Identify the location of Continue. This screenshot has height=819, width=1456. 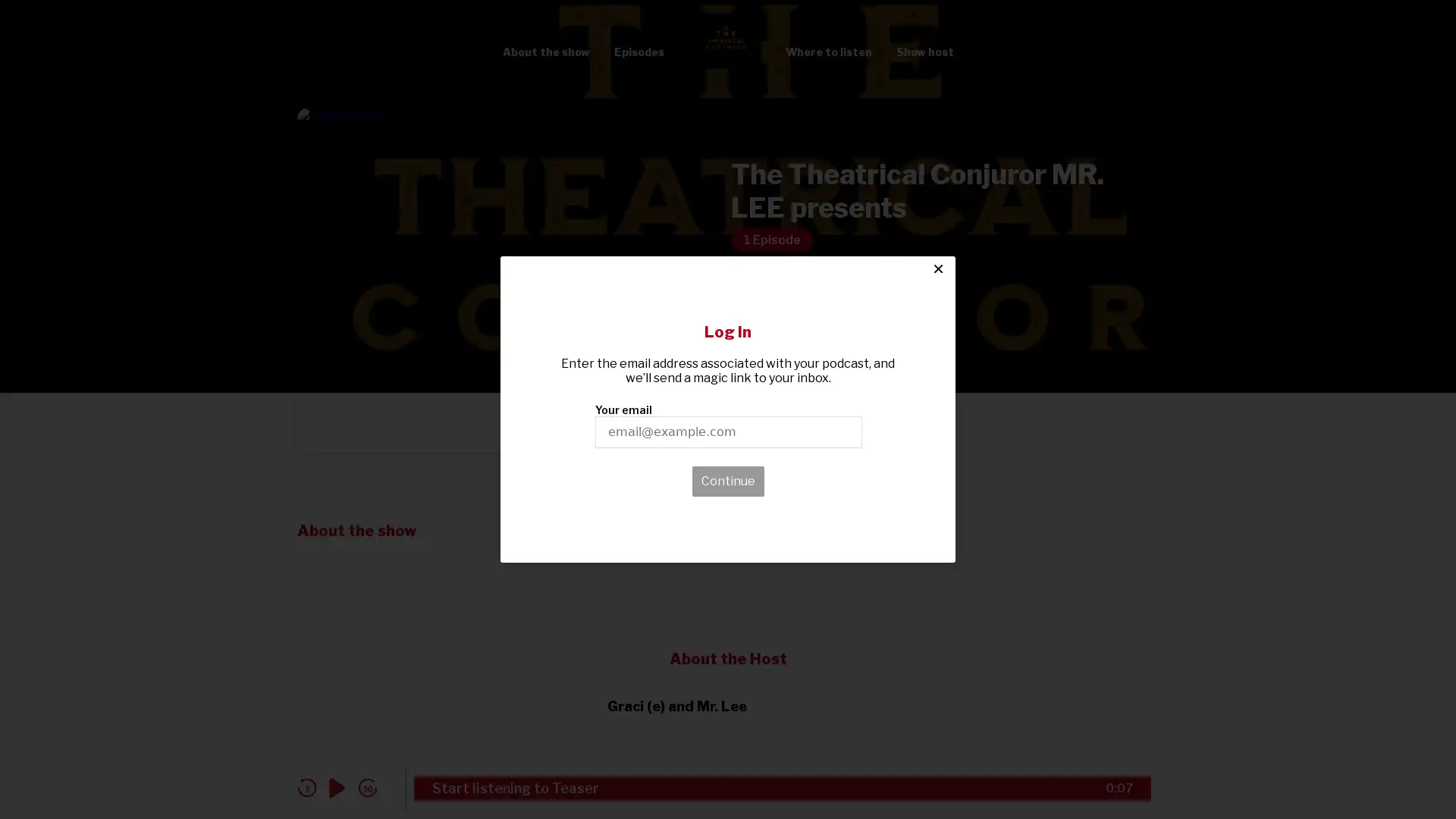
(726, 480).